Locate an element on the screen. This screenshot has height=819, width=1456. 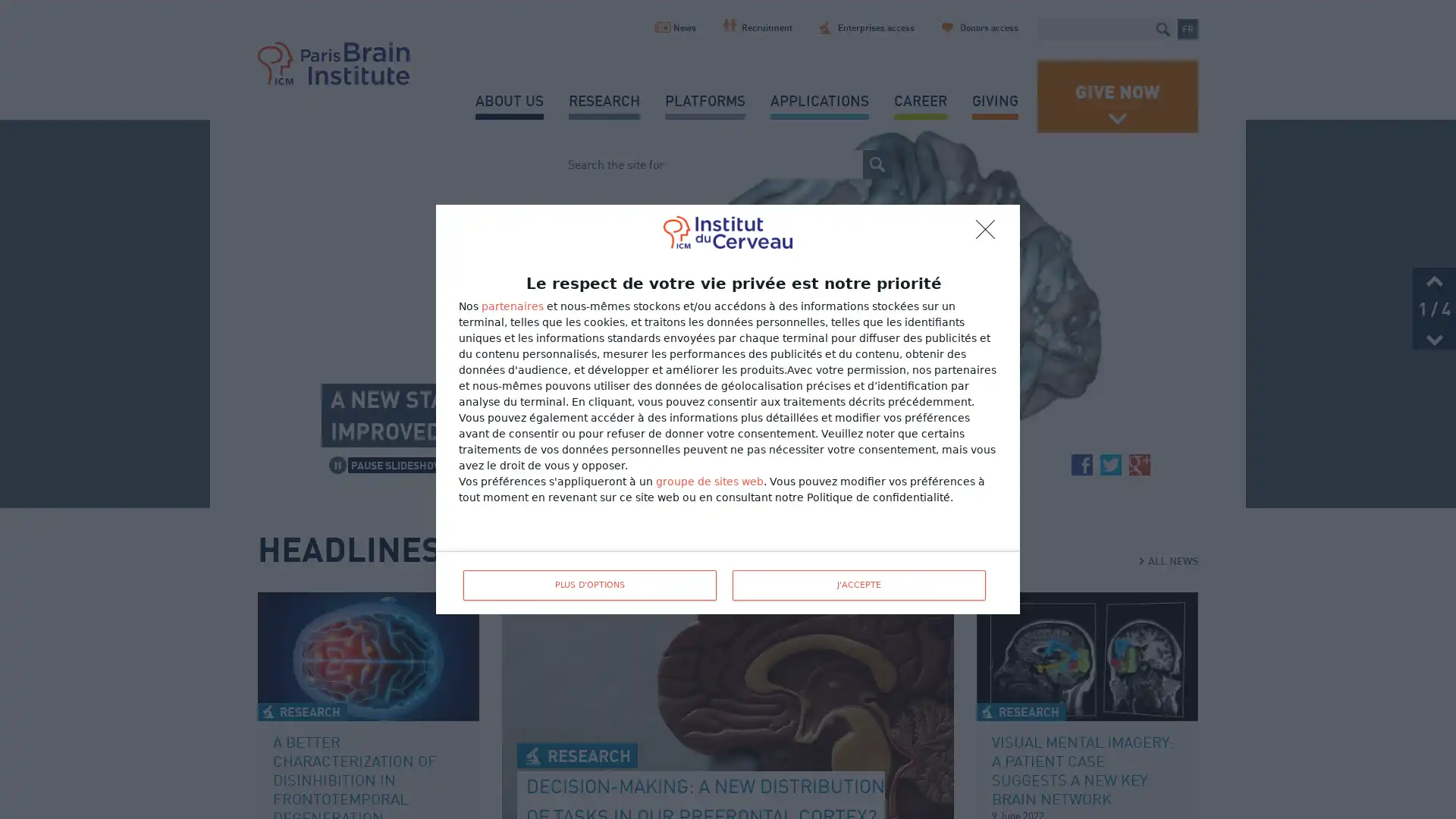
PLUS D'OPTIONS is located at coordinates (588, 584).